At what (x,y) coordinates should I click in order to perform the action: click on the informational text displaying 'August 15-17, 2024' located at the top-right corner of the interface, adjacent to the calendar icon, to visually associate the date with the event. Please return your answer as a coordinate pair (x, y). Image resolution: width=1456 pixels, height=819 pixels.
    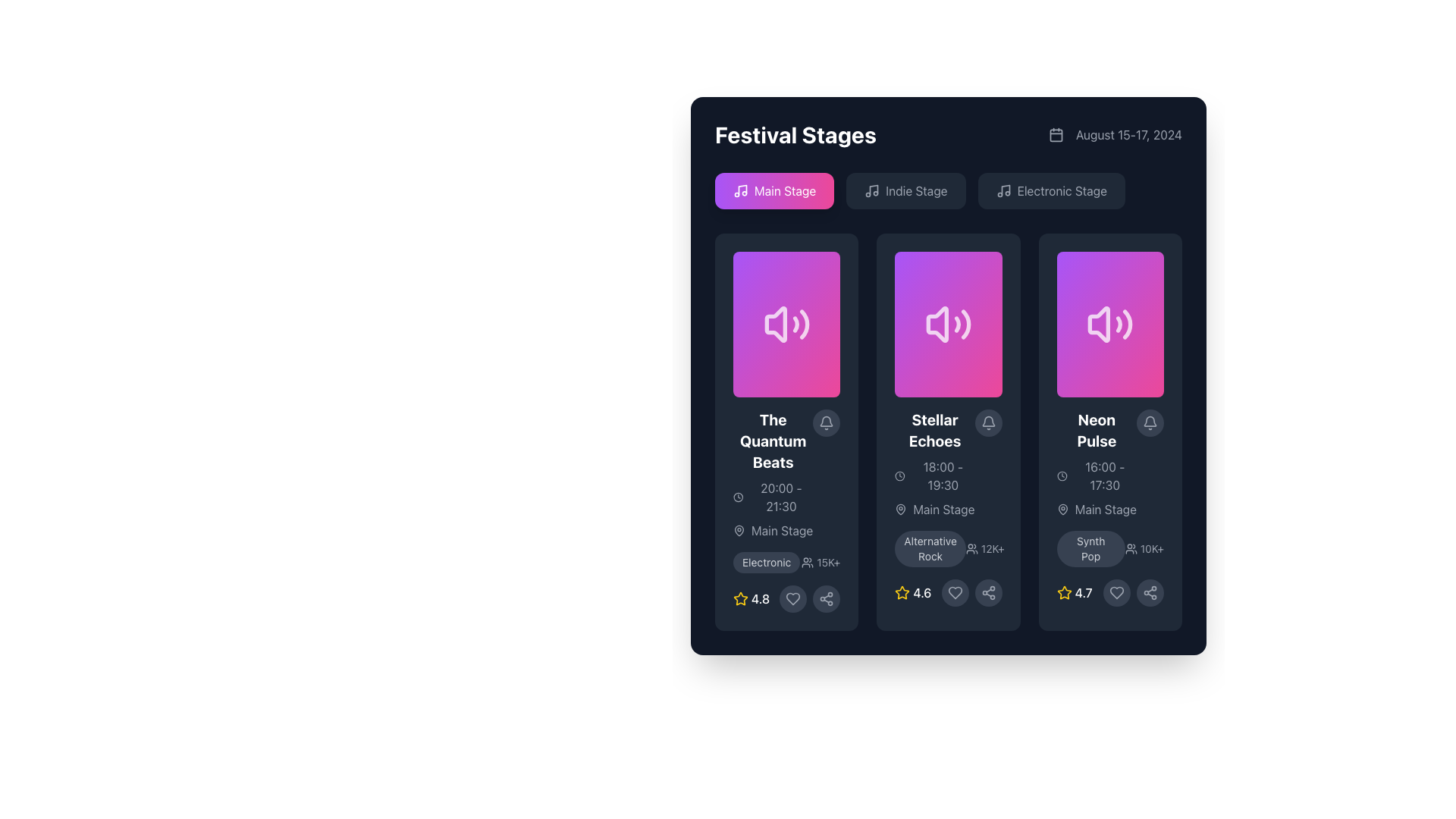
    Looking at the image, I should click on (1115, 133).